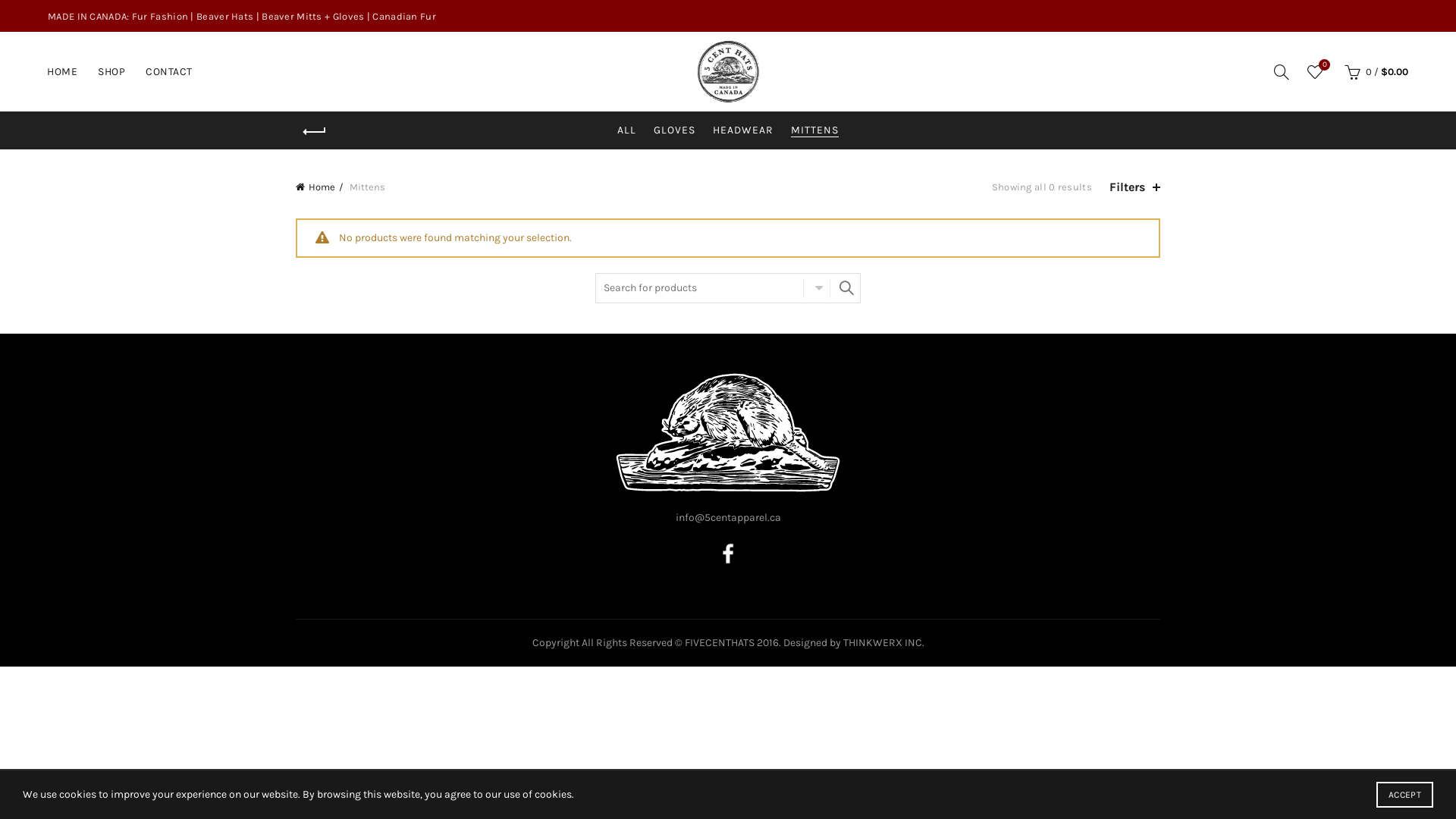 The width and height of the screenshot is (1456, 819). I want to click on 'CONTACT', so click(168, 71).